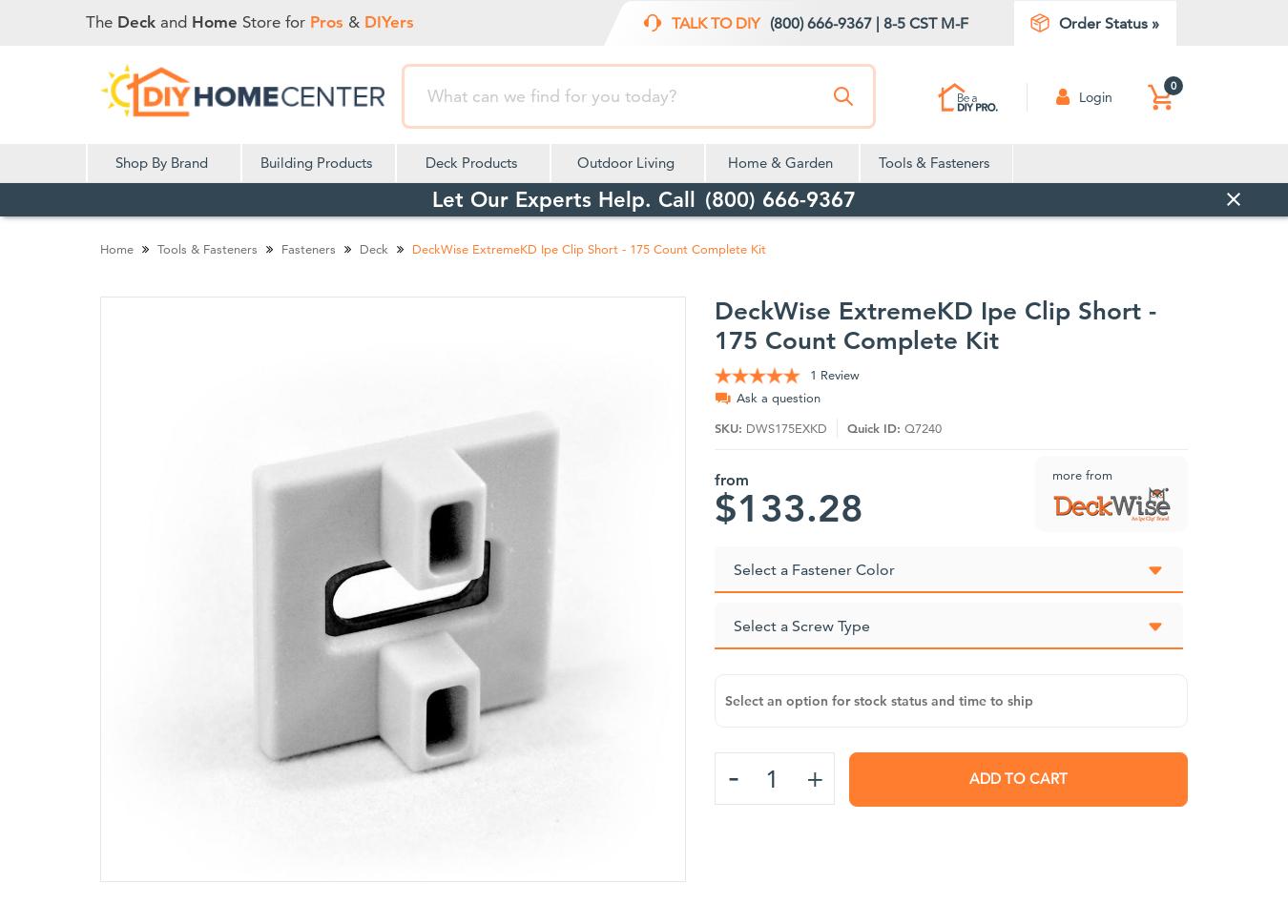 The height and width of the screenshot is (924, 1288). What do you see at coordinates (1172, 83) in the screenshot?
I see `'0'` at bounding box center [1172, 83].